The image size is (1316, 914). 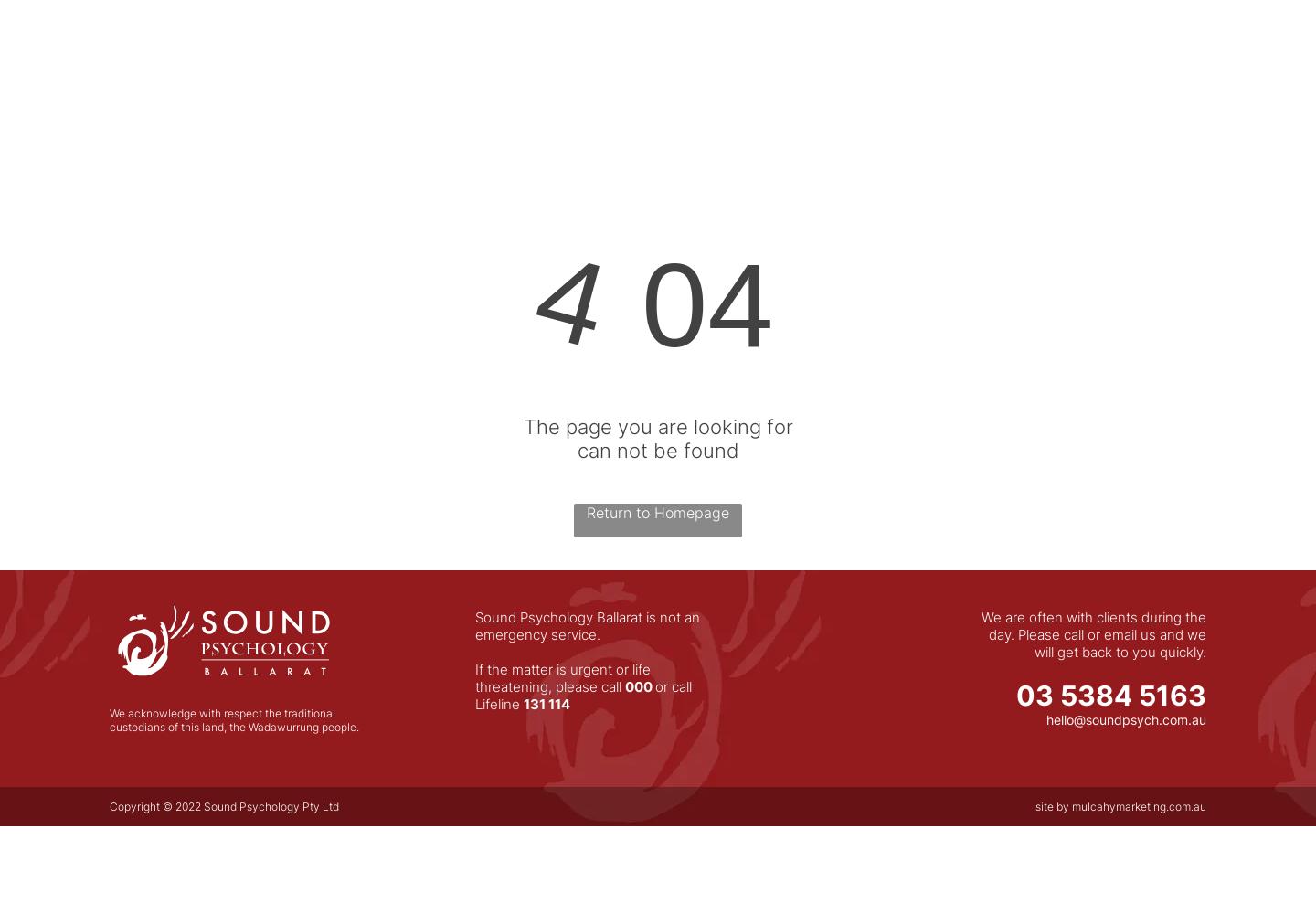 I want to click on 'The page you are looking for', so click(x=657, y=426).